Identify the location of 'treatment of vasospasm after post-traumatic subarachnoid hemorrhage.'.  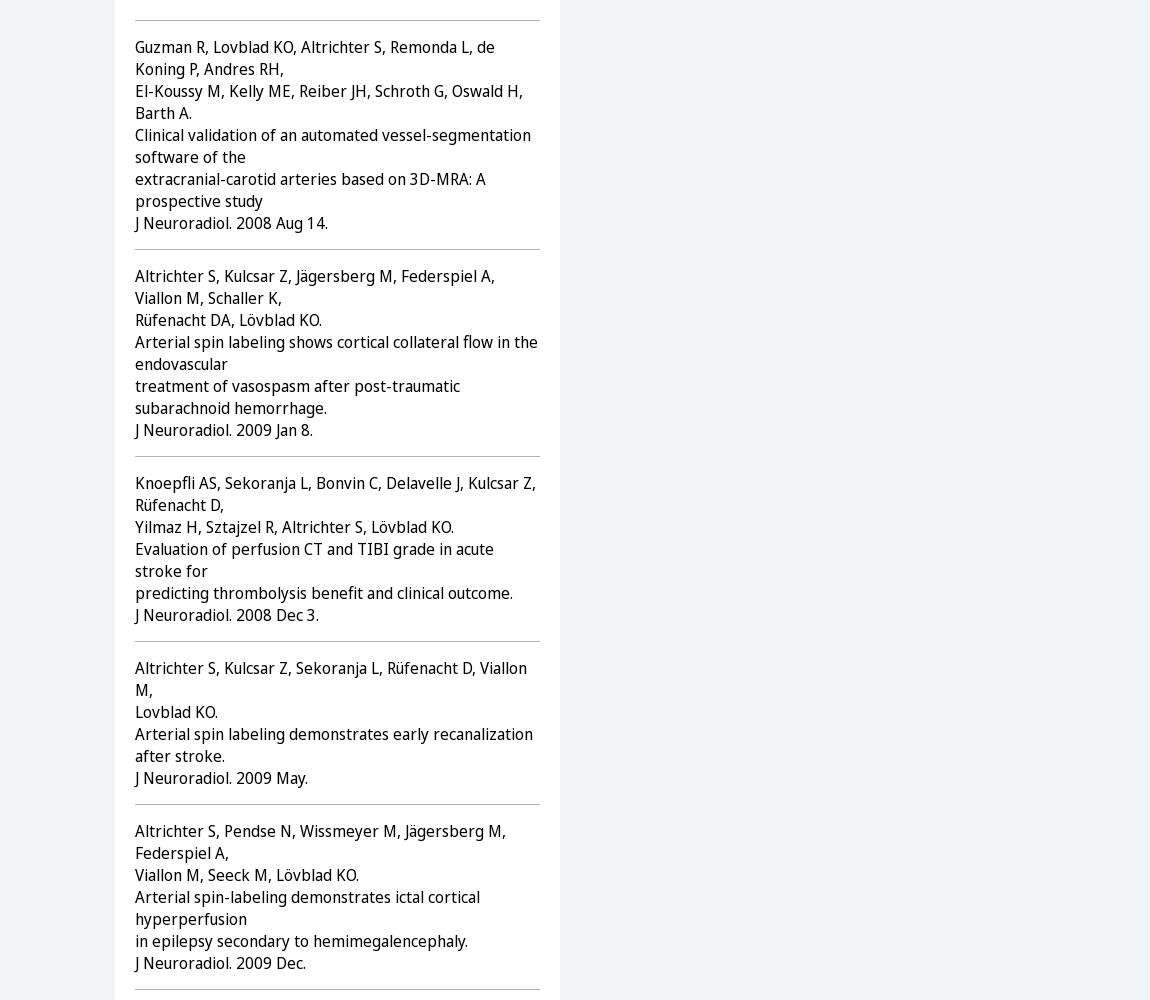
(297, 396).